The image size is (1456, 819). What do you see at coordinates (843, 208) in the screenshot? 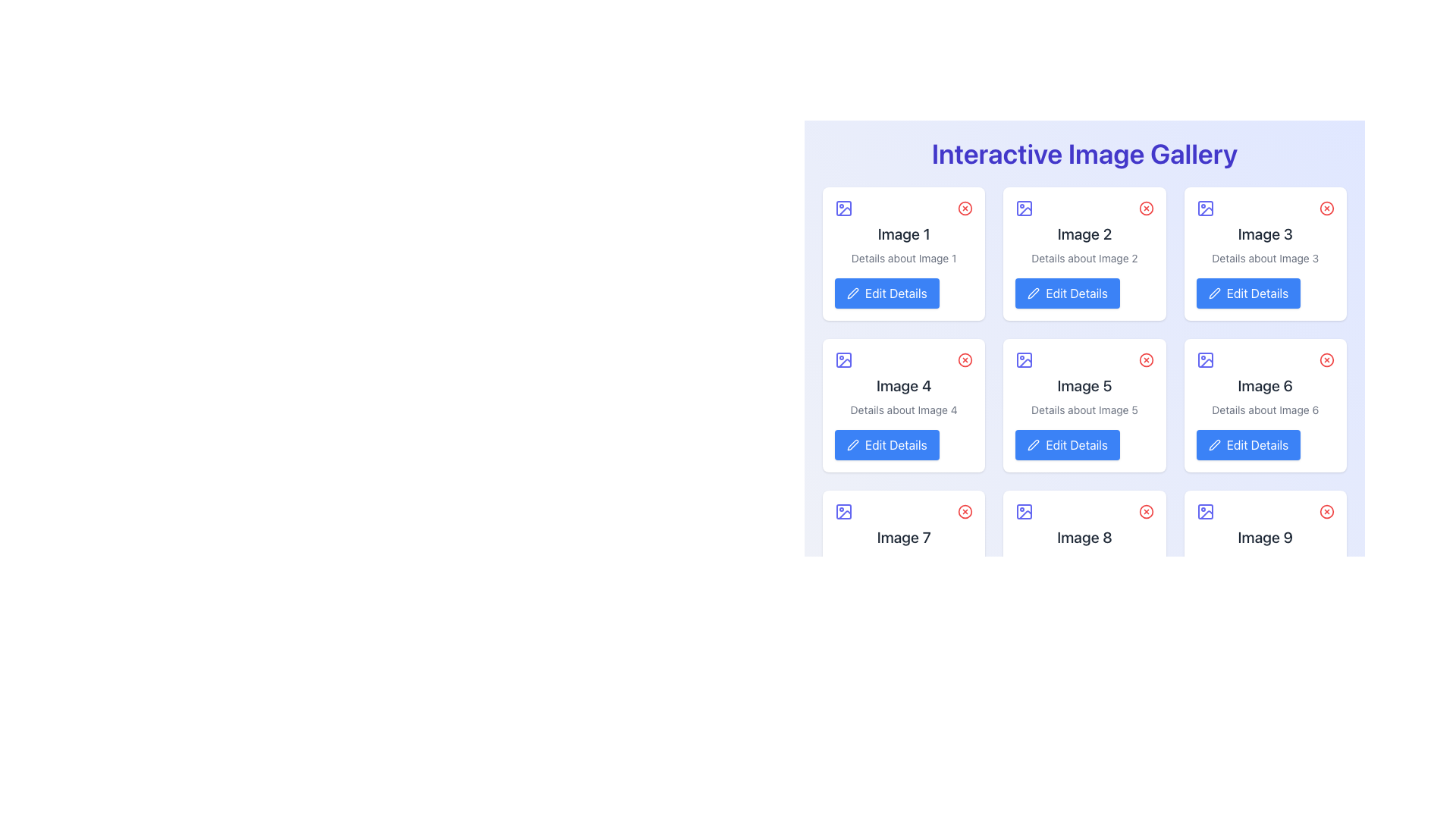
I see `the indigo square-shaped icon with a circle and slash design located in the top-left corner of the card titled 'Image 1' in the image gallery` at bounding box center [843, 208].